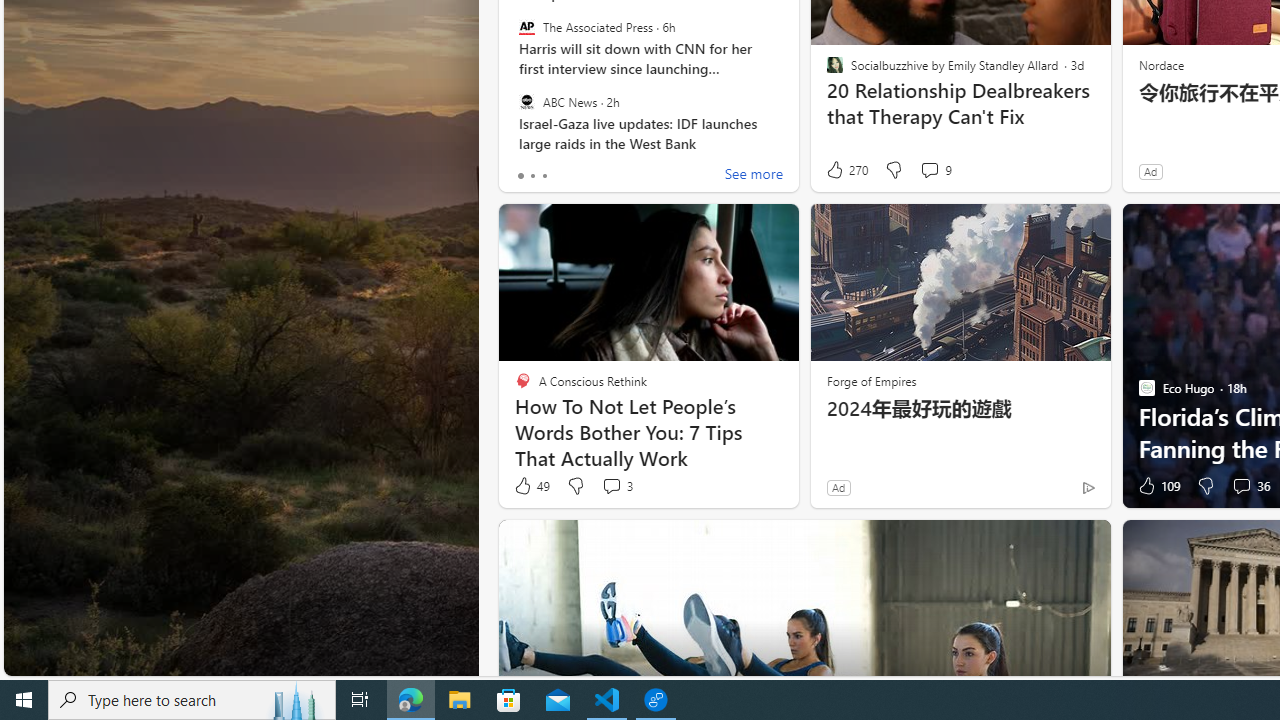  I want to click on '49 Like', so click(531, 486).